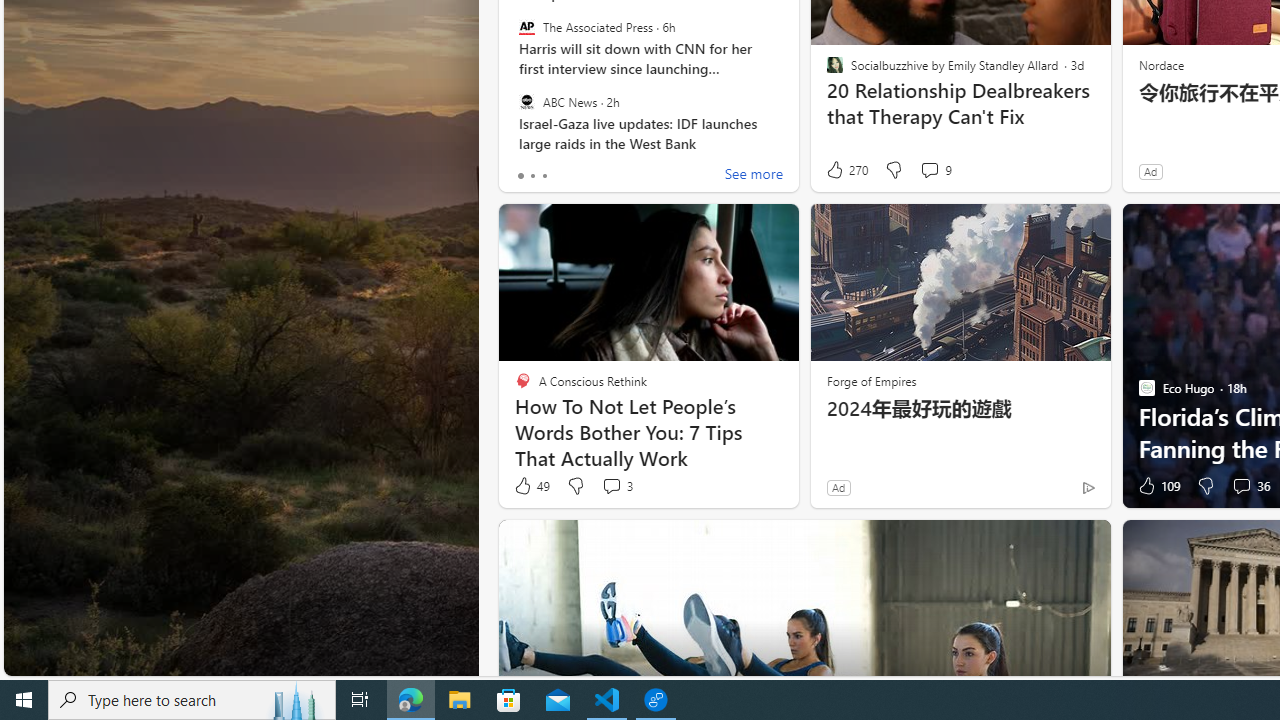  I want to click on '49 Like', so click(531, 486).